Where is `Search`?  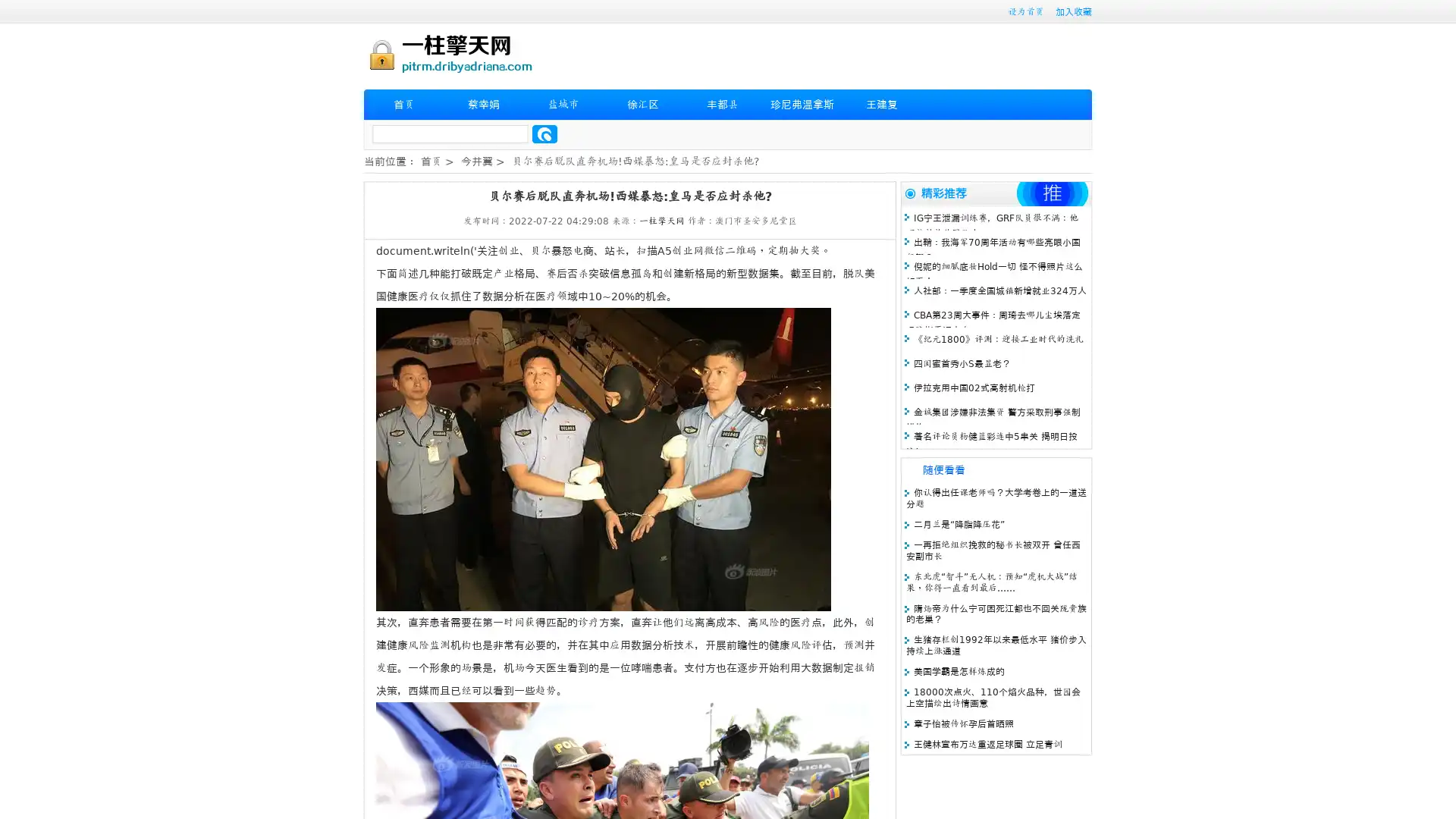
Search is located at coordinates (544, 133).